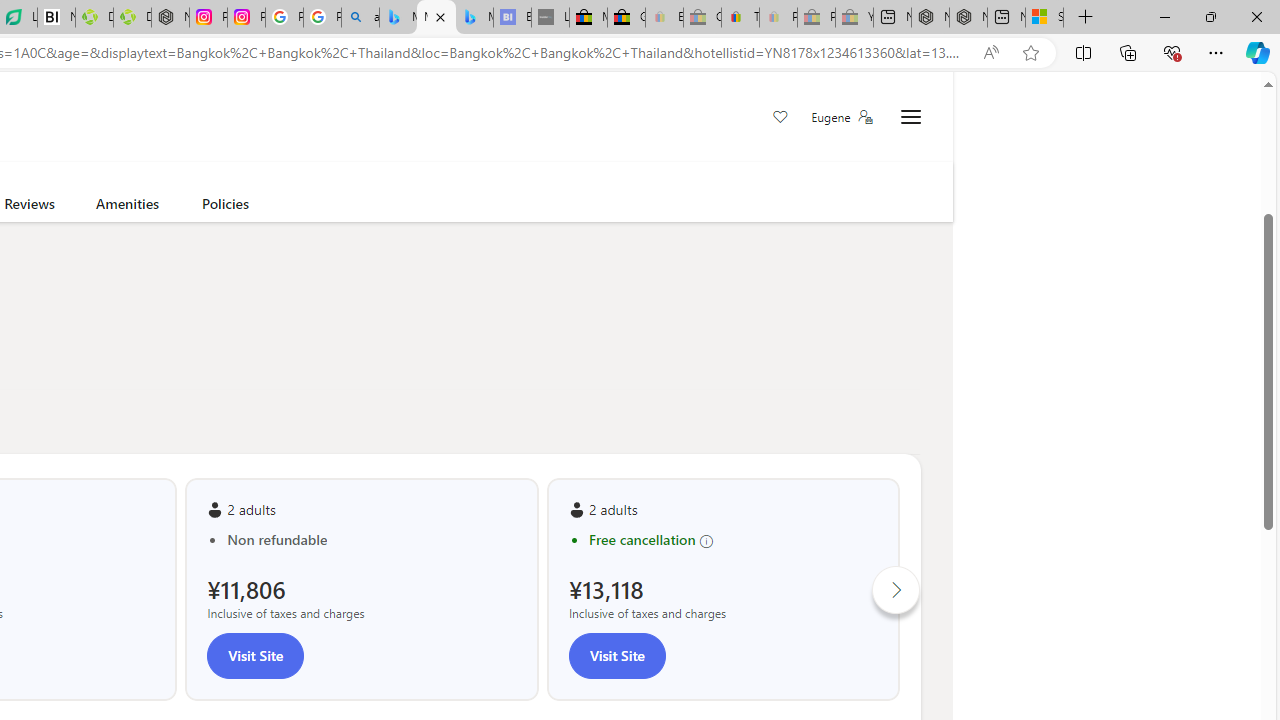  I want to click on 'Microsoft Bing Travel - Flights from Hong Kong to Bangkok', so click(398, 17).